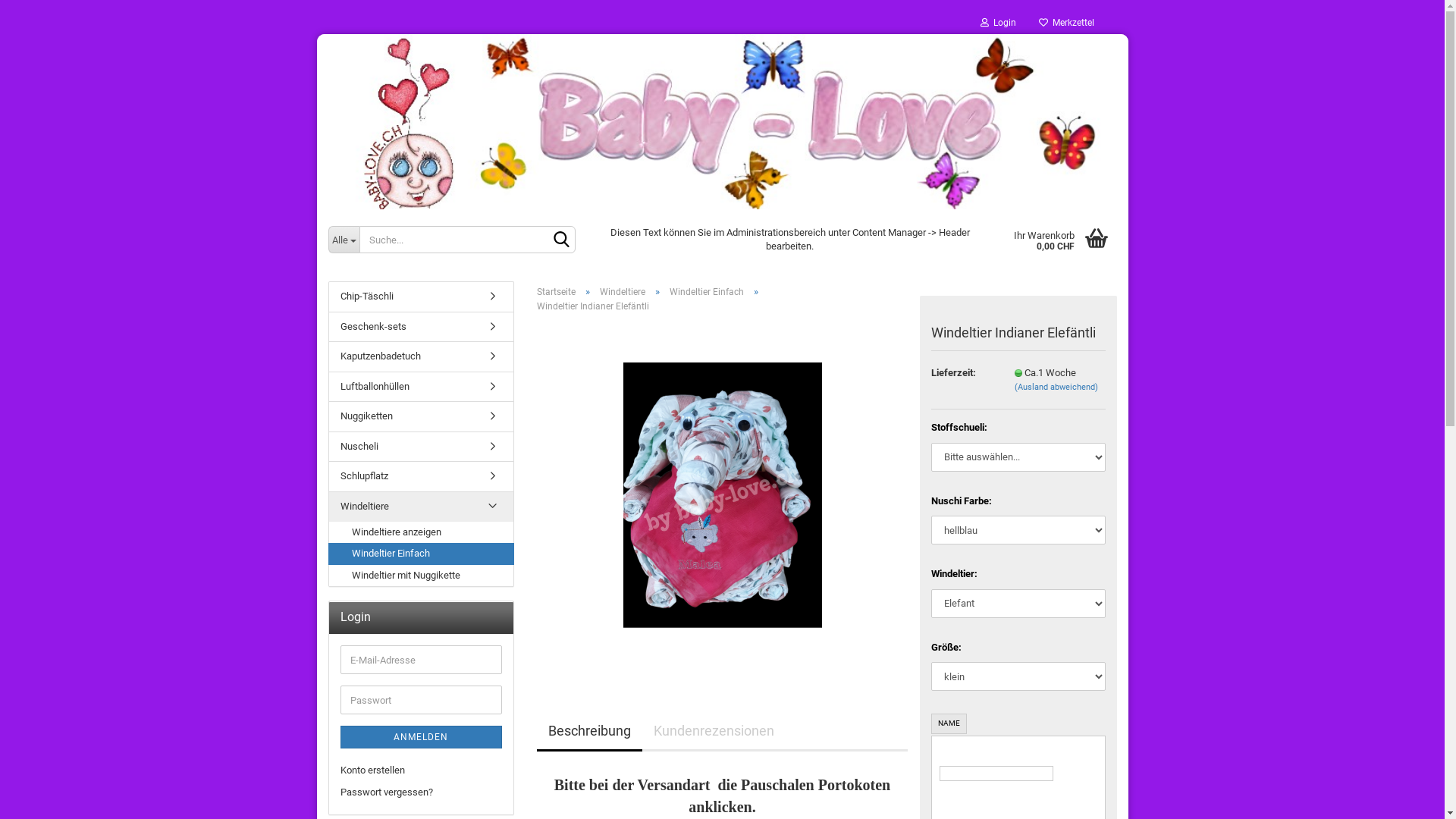 The width and height of the screenshot is (1456, 819). I want to click on 'Konto erstellen', so click(420, 770).